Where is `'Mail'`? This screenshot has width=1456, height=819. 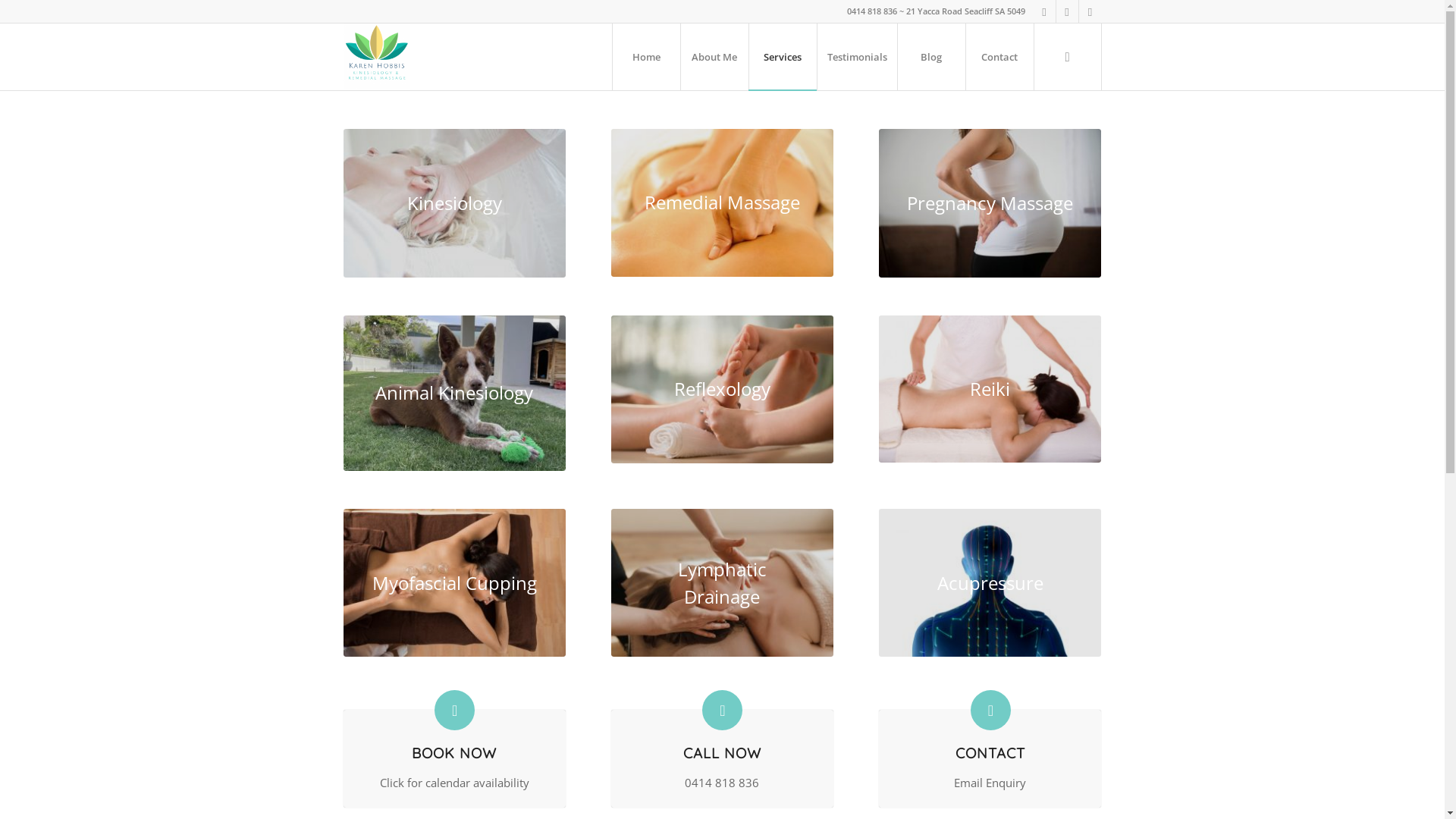 'Mail' is located at coordinates (1088, 11).